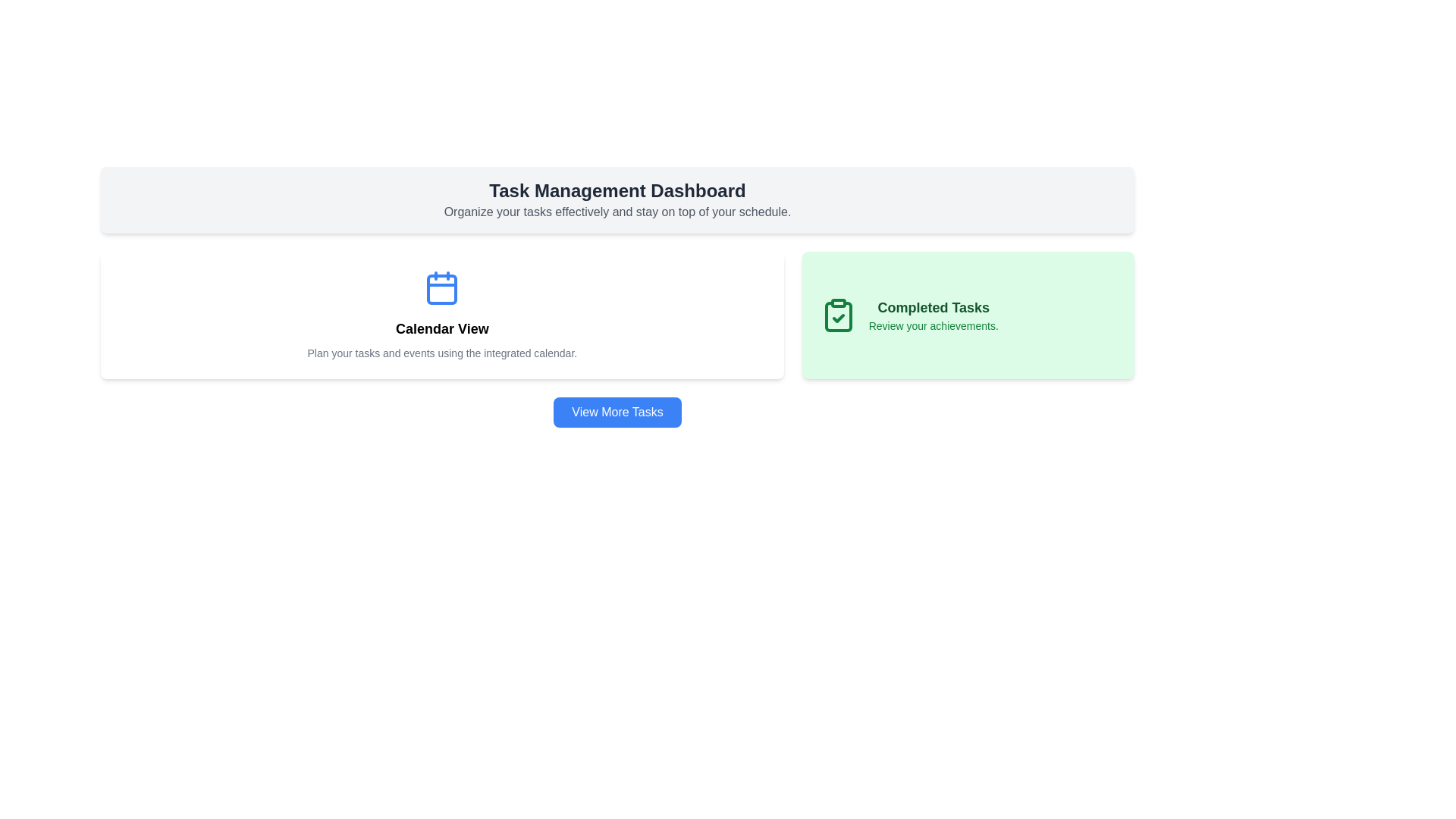 Image resolution: width=1456 pixels, height=819 pixels. What do you see at coordinates (617, 412) in the screenshot?
I see `the navigation button located below 'Calendar View' and 'Completed Tasks' to observe potential styling changes` at bounding box center [617, 412].